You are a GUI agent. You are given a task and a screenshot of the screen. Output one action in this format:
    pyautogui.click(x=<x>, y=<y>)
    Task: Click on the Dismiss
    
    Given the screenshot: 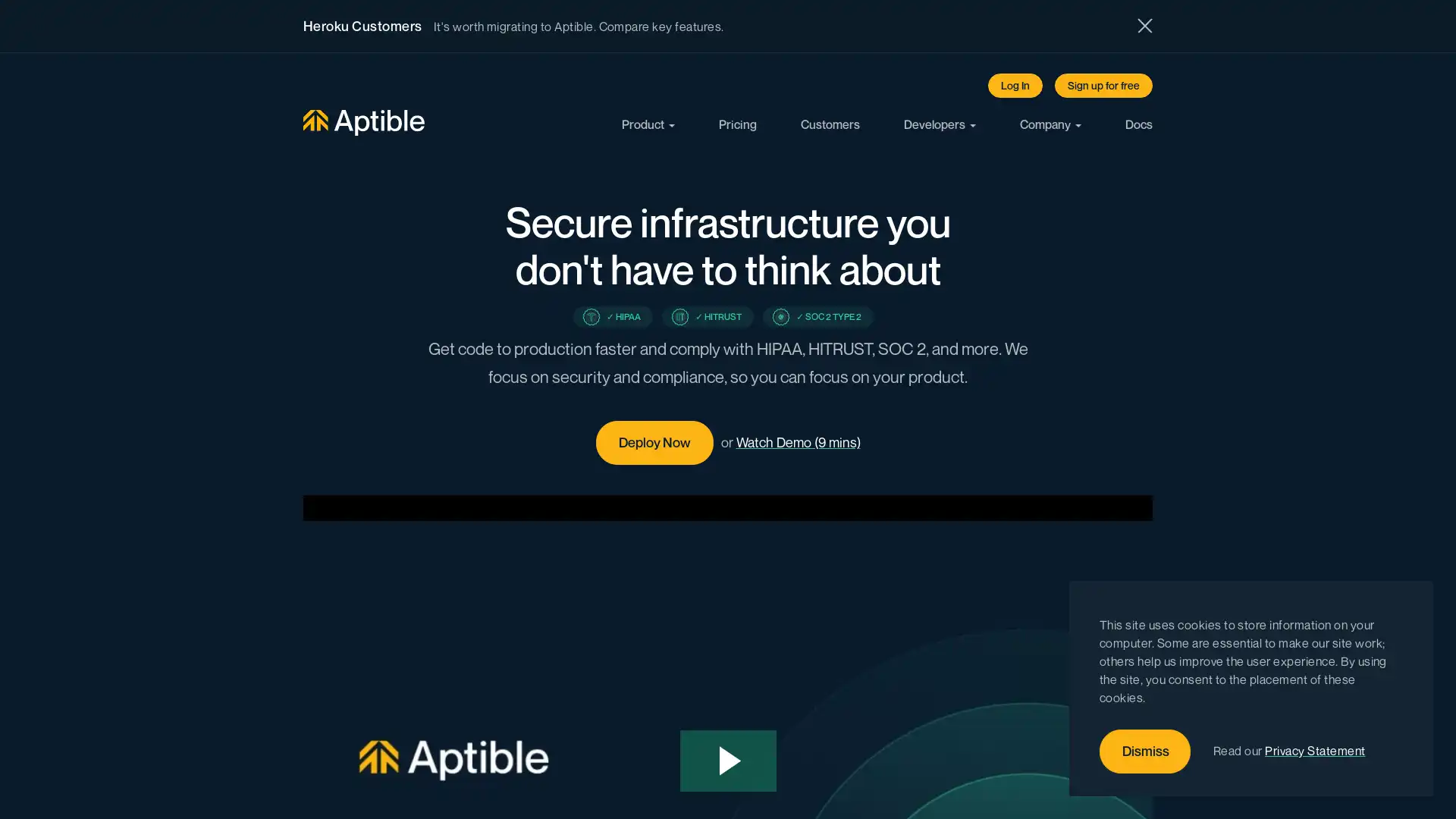 What is the action you would take?
    pyautogui.click(x=1145, y=752)
    